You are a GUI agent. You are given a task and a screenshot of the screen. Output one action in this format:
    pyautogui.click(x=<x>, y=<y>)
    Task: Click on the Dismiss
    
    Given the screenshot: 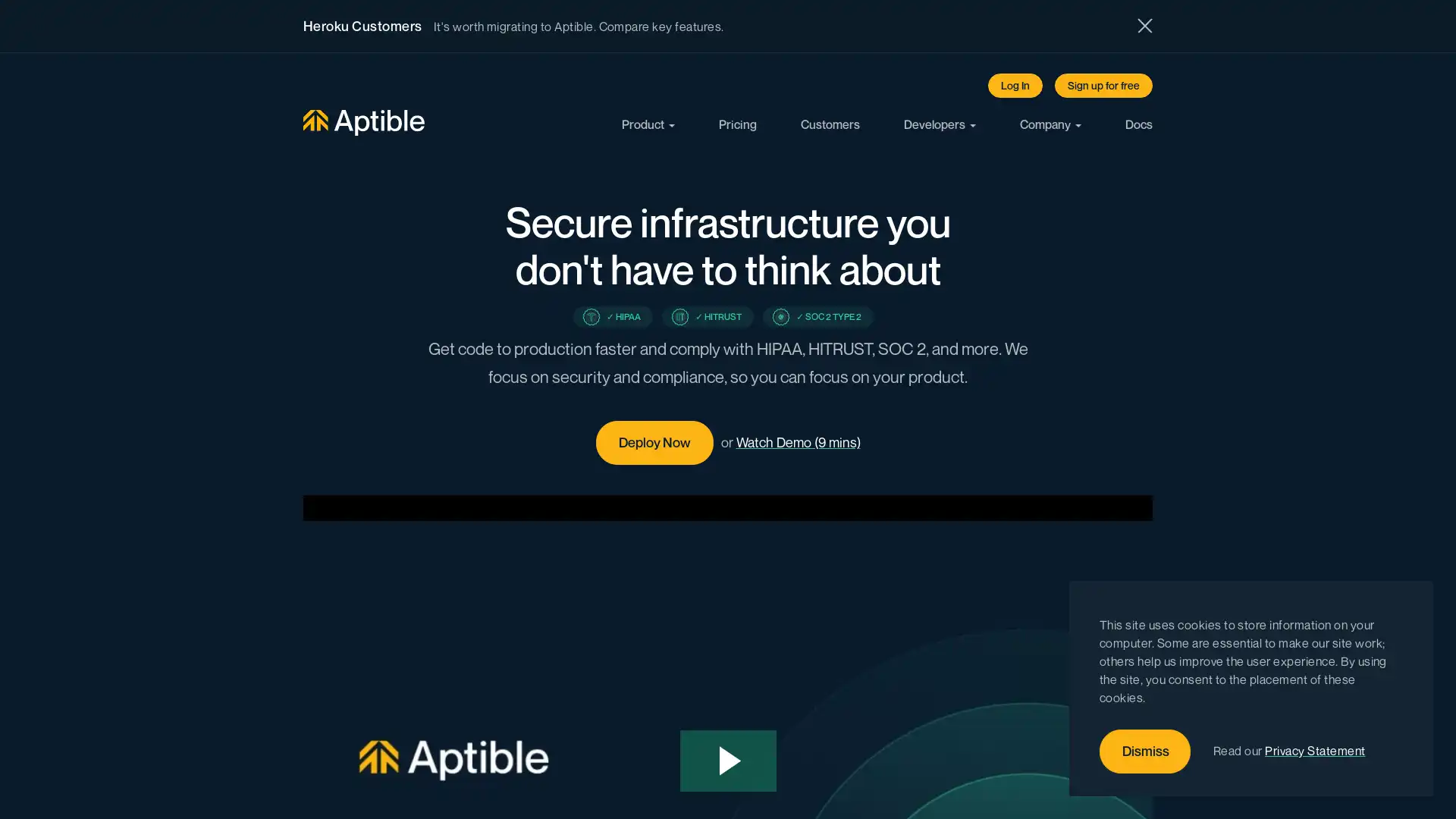 What is the action you would take?
    pyautogui.click(x=1145, y=752)
    